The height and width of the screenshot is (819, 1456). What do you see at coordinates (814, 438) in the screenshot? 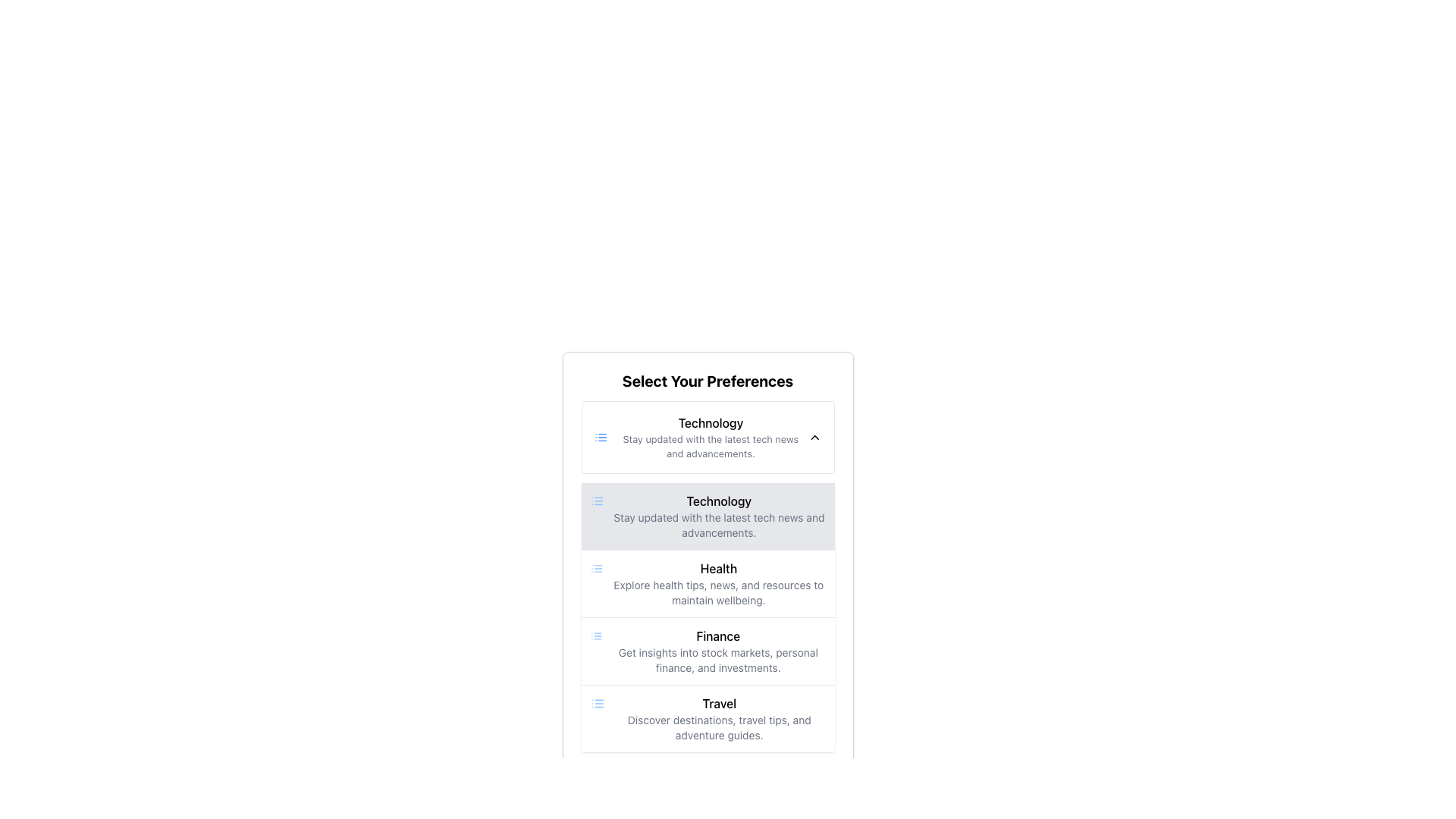
I see `the chevron icon at the right end of the 'Technology' section` at bounding box center [814, 438].